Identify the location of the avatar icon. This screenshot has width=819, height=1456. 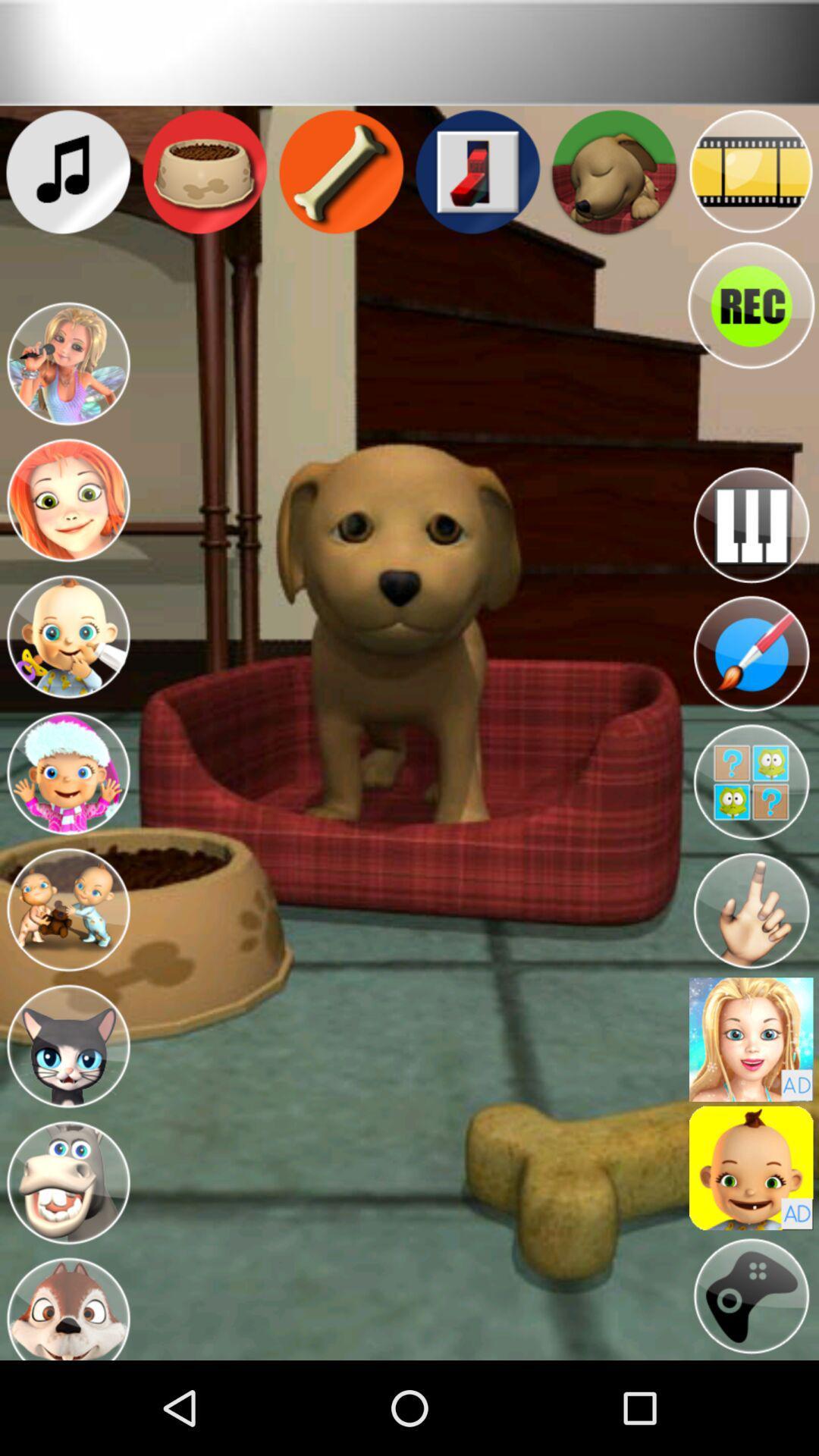
(67, 680).